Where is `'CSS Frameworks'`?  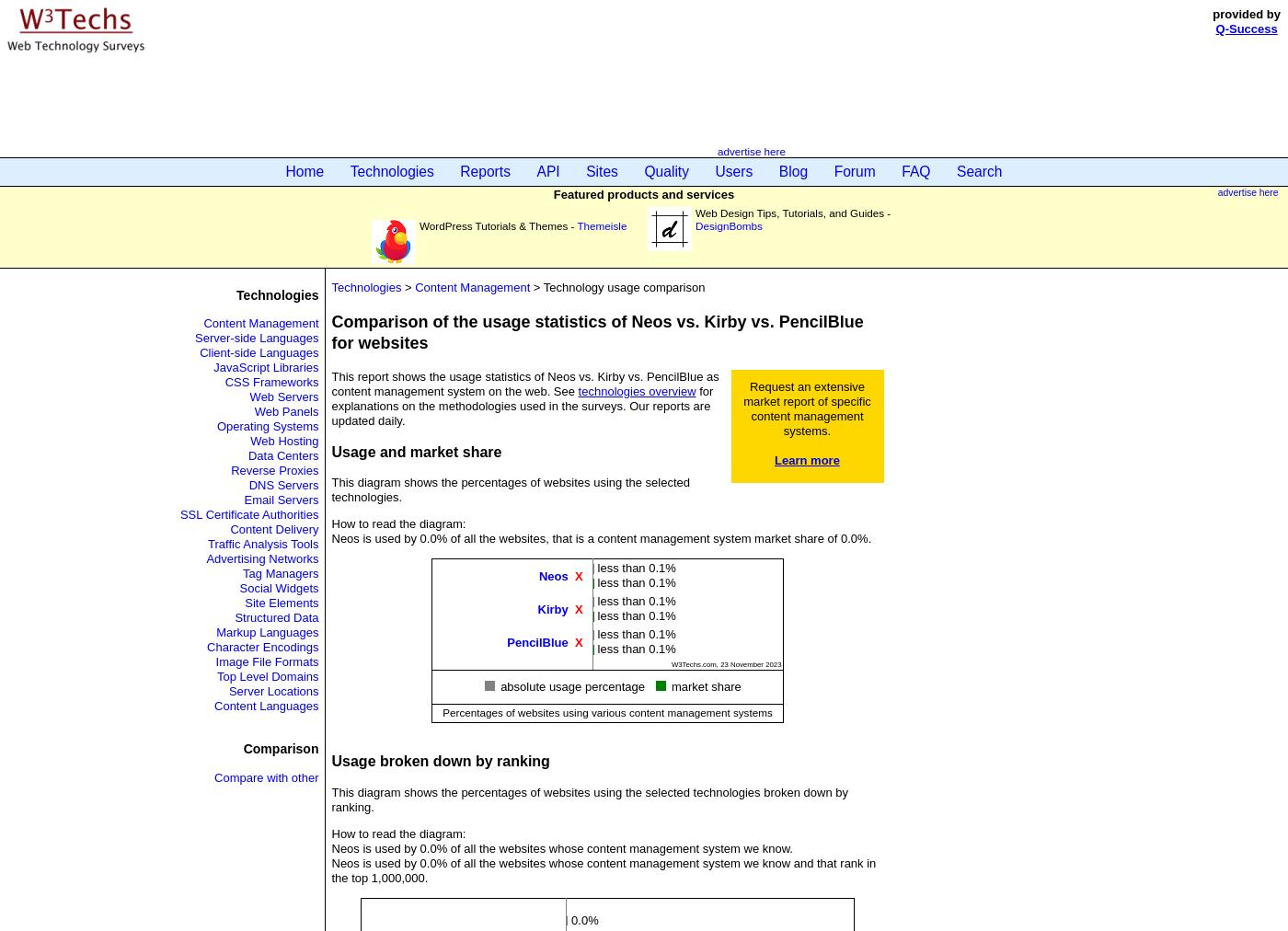
'CSS Frameworks' is located at coordinates (270, 382).